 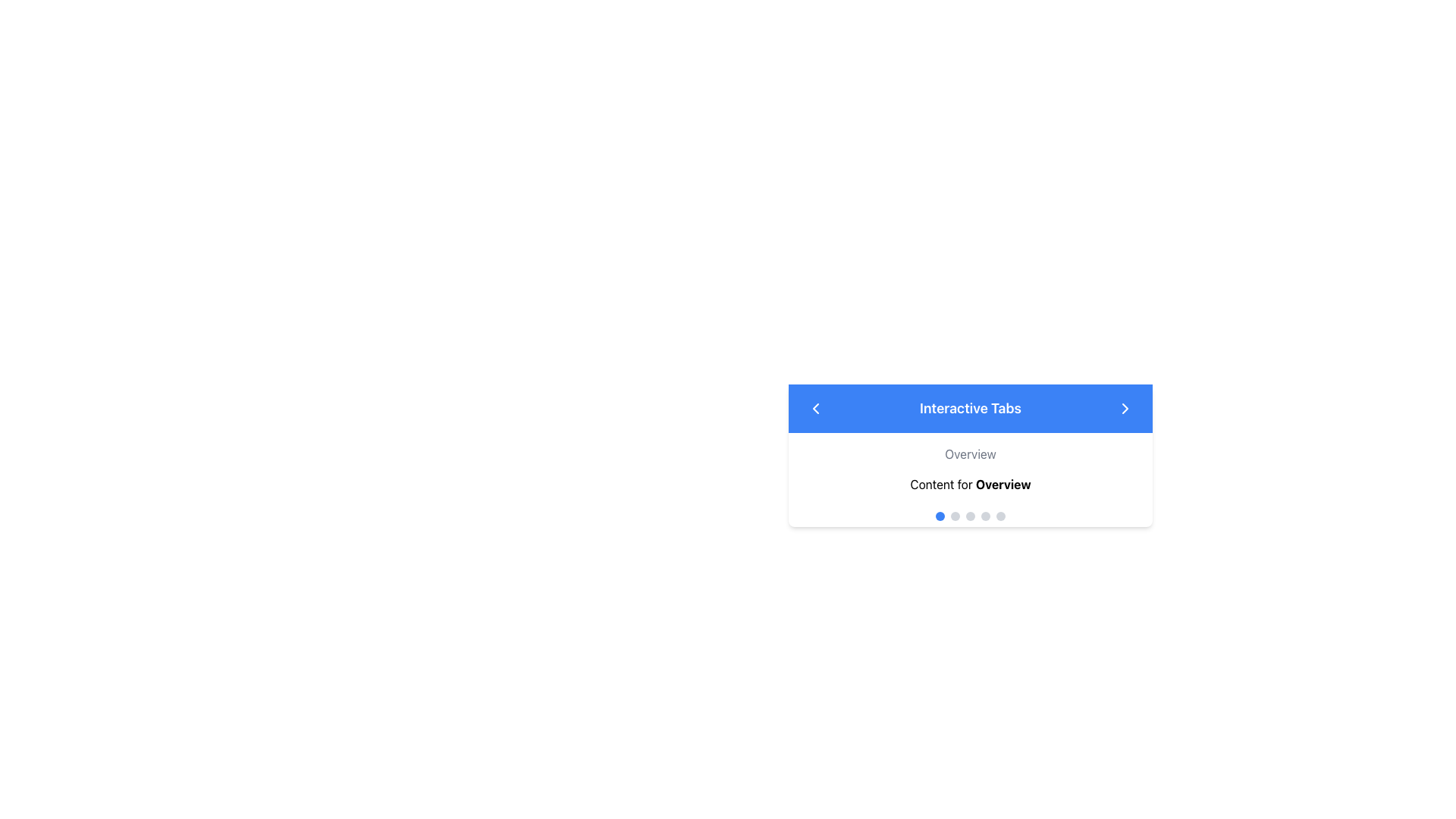 I want to click on the bold, large-sized text label reading 'Interactive Tabs' that is displayed in white color against a blue background, located centrally within a blue horizontal bar, so click(x=971, y=408).